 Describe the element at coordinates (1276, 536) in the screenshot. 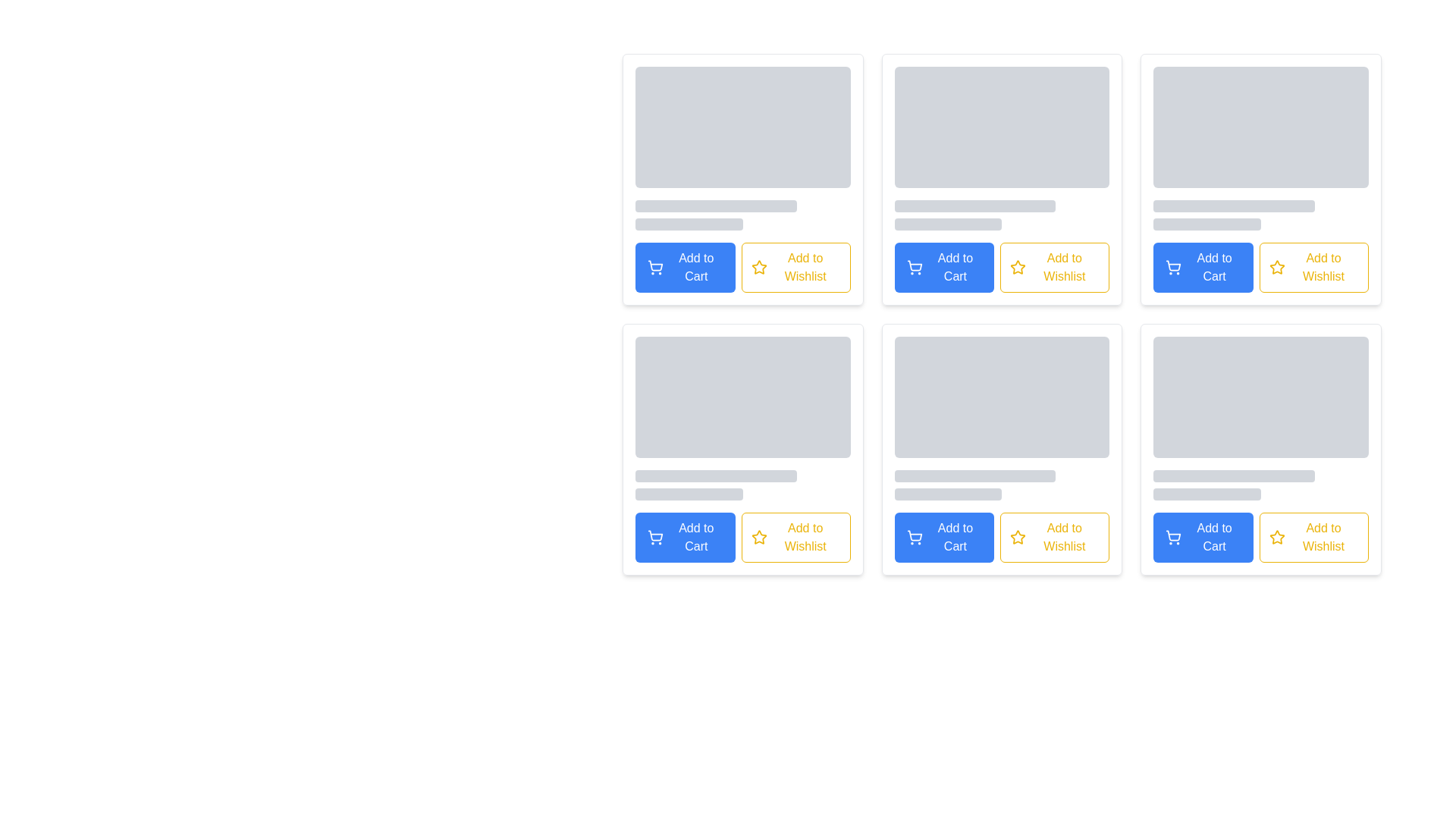

I see `the star icon button labeled 'Add to Wishlist', located immediately to the right of the blue 'Add to Cart' button in the bottom right section of the product card` at that location.